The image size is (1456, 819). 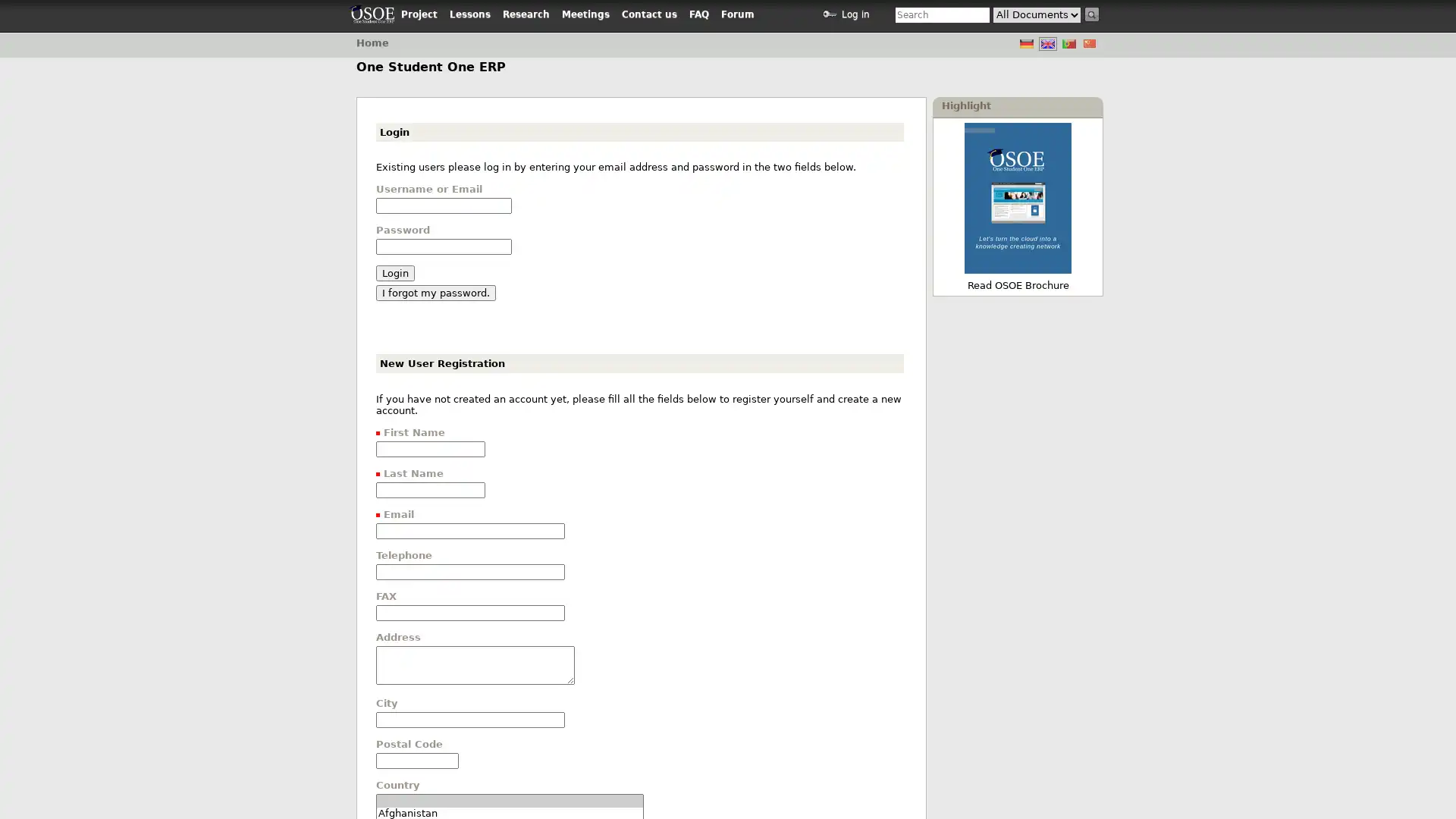 What do you see at coordinates (1092, 14) in the screenshot?
I see `Submit` at bounding box center [1092, 14].